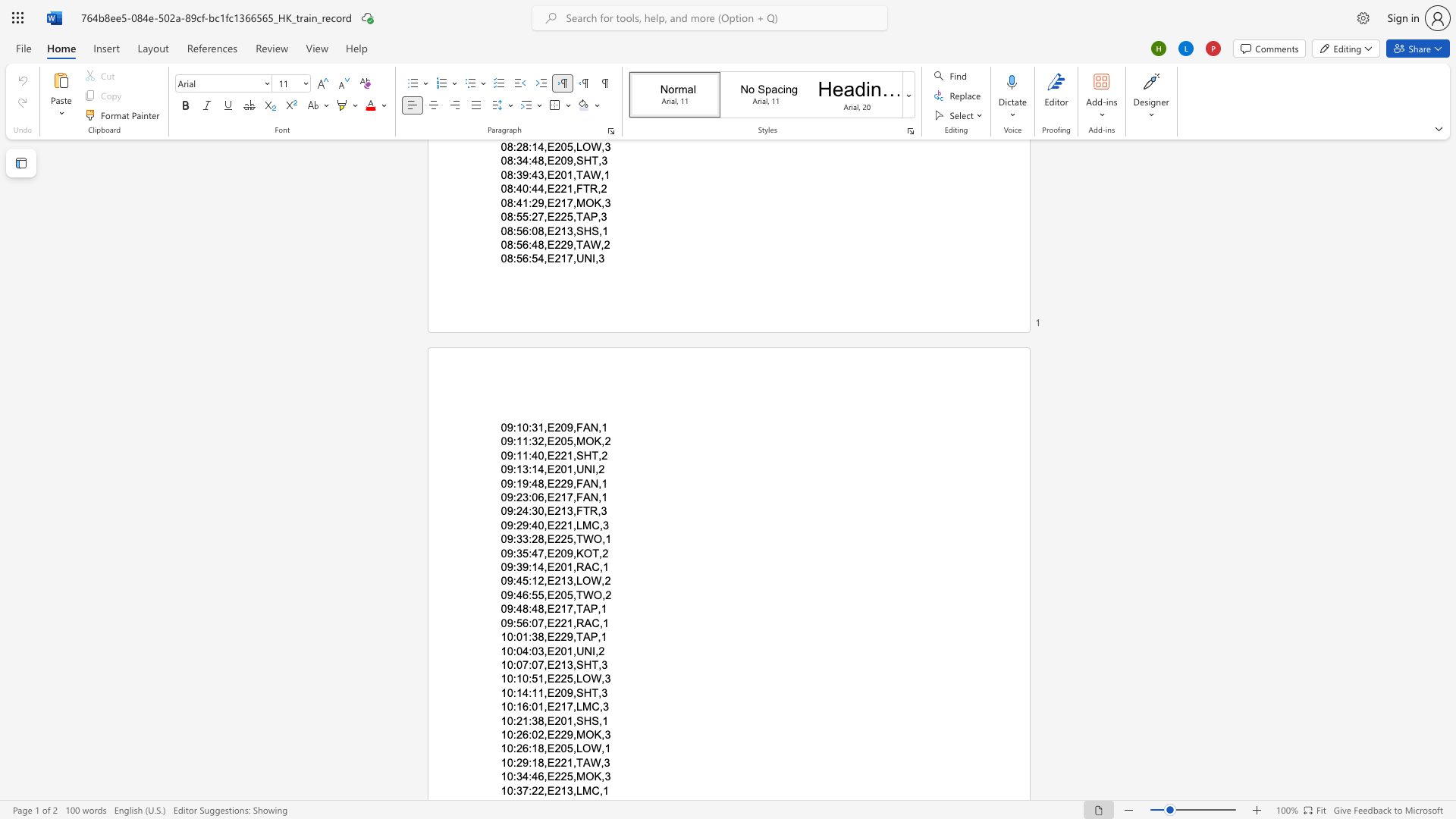 The width and height of the screenshot is (1456, 819). Describe the element at coordinates (582, 497) in the screenshot. I see `the subset text "AN" within the text "09:23:06,E217,FAN,1"` at that location.